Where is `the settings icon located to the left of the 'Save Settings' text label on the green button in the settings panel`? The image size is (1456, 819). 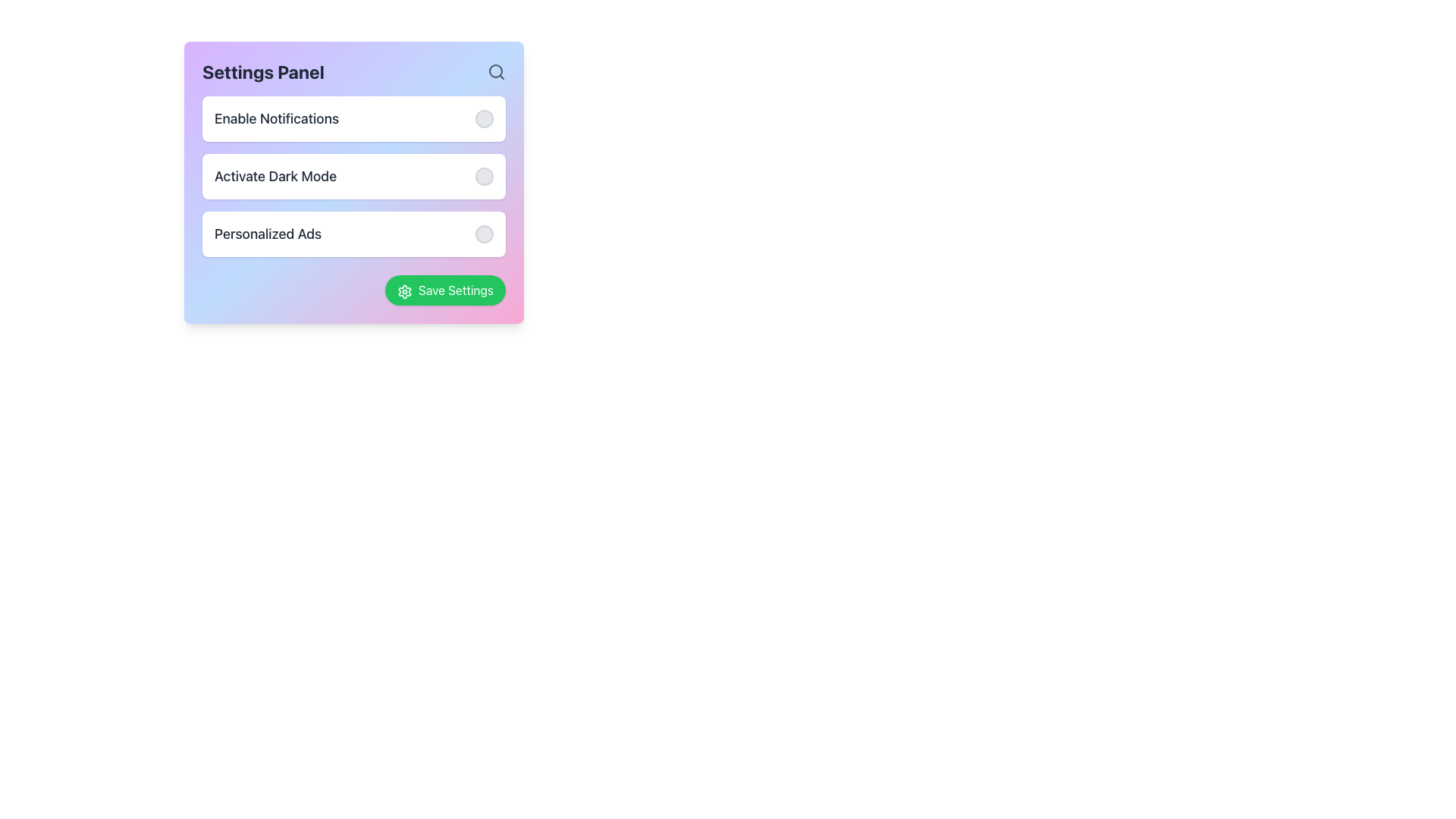 the settings icon located to the left of the 'Save Settings' text label on the green button in the settings panel is located at coordinates (404, 291).